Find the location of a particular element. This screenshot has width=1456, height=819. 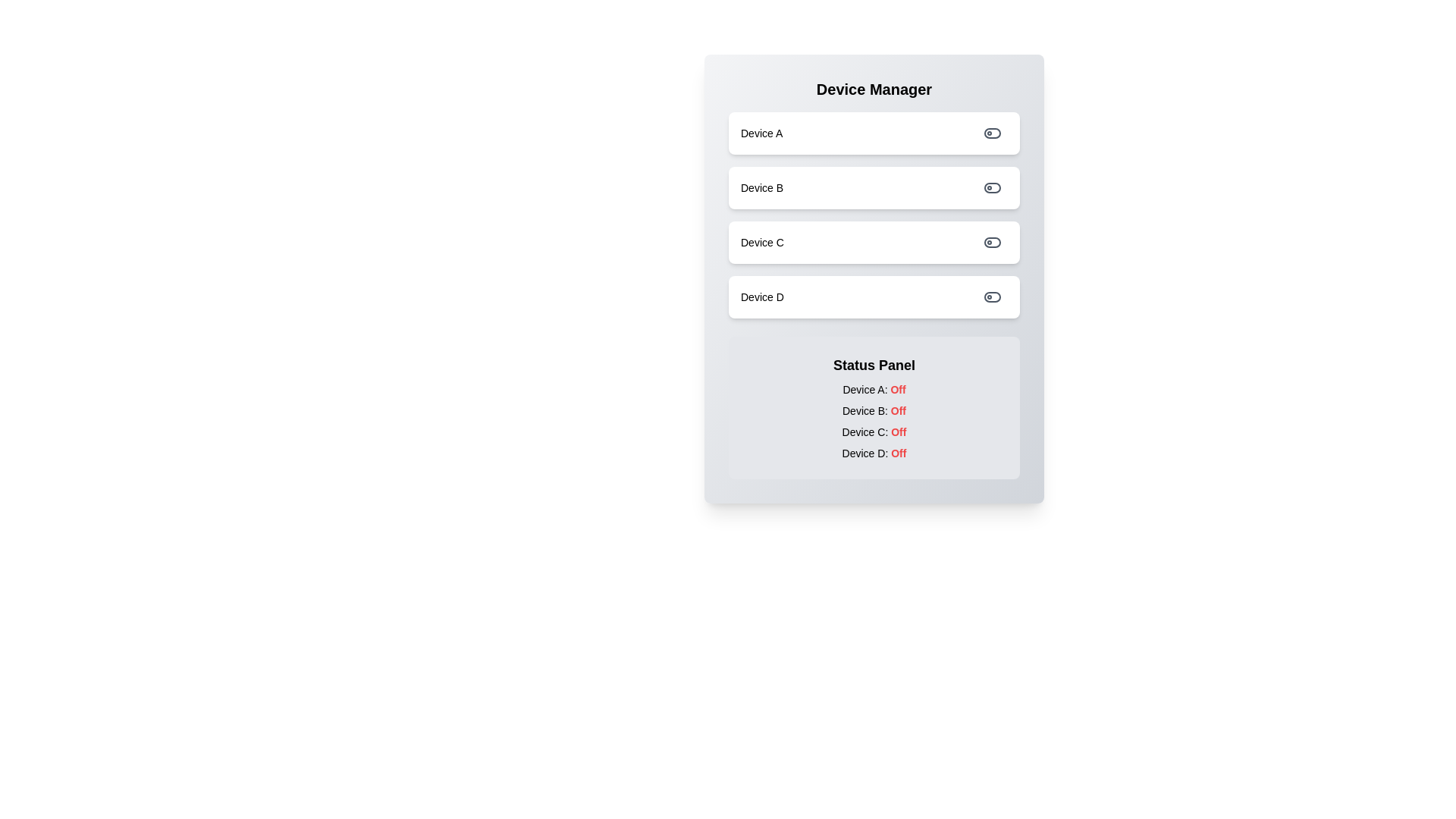

the 'Device Manager' title text to inspect its content is located at coordinates (874, 89).